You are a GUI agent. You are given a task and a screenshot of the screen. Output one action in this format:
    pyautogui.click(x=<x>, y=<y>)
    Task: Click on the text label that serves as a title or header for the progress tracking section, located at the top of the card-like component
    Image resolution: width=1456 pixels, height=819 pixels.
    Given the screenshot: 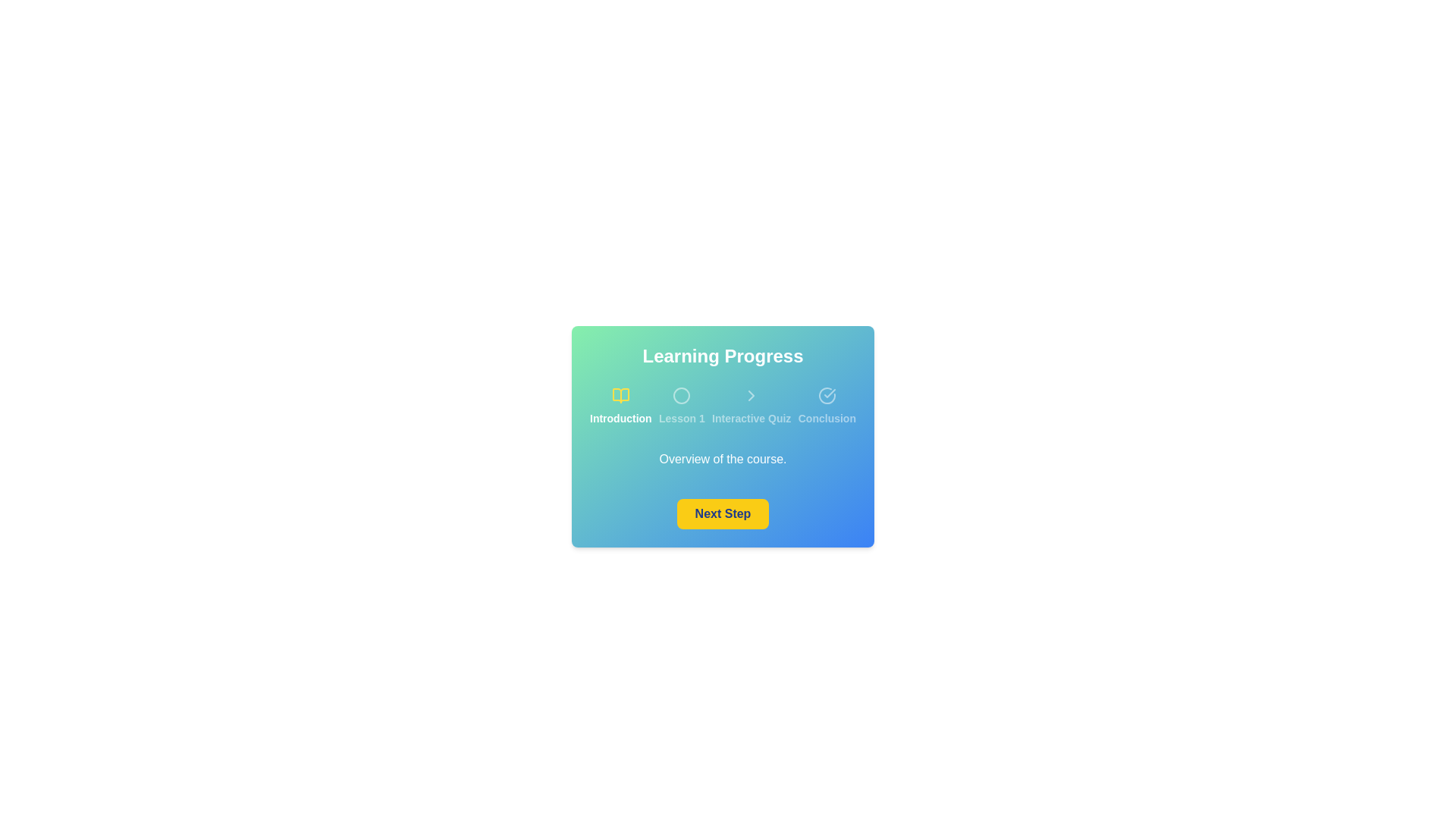 What is the action you would take?
    pyautogui.click(x=722, y=356)
    